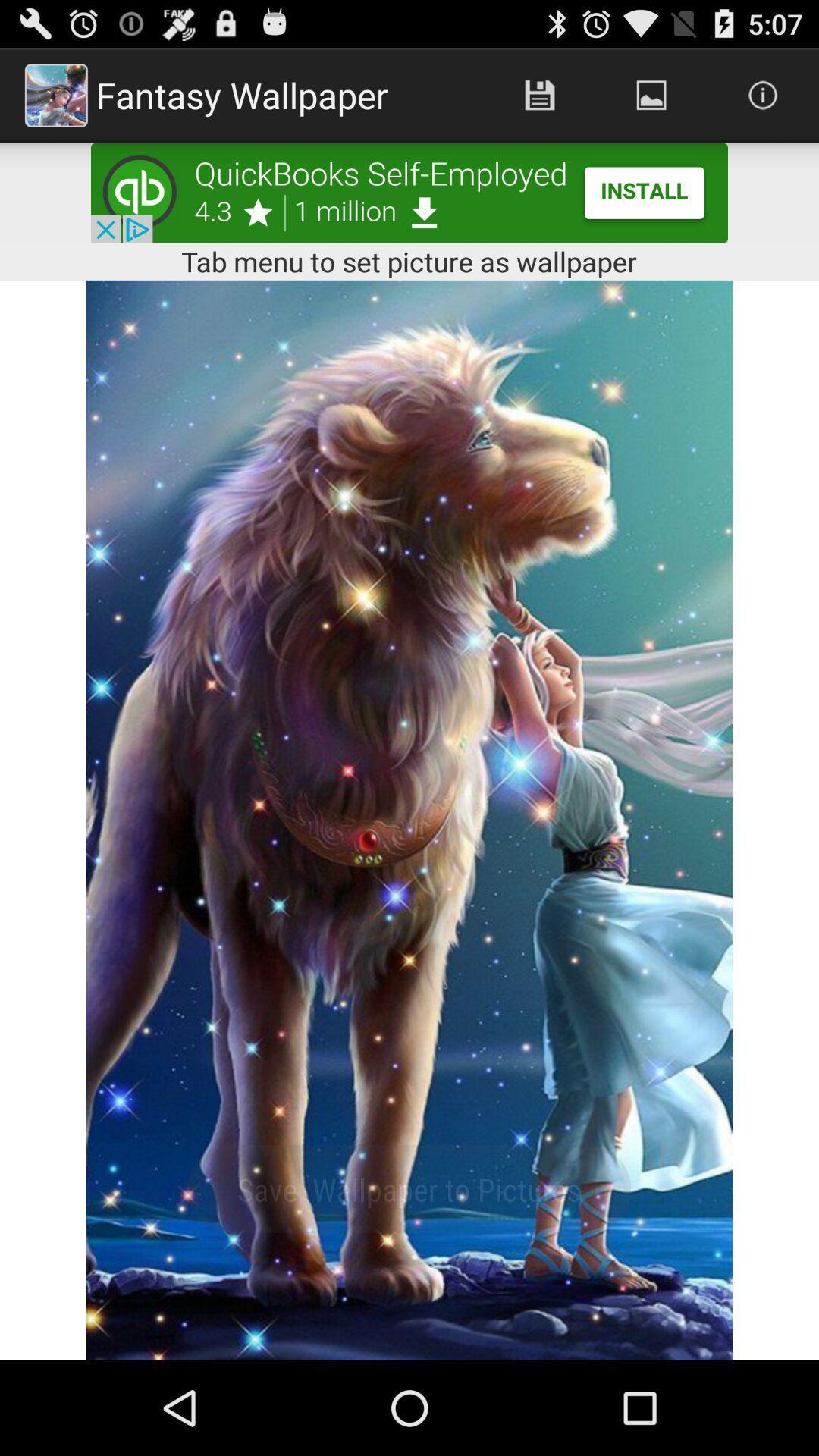  Describe the element at coordinates (409, 192) in the screenshot. I see `advertisement portion` at that location.